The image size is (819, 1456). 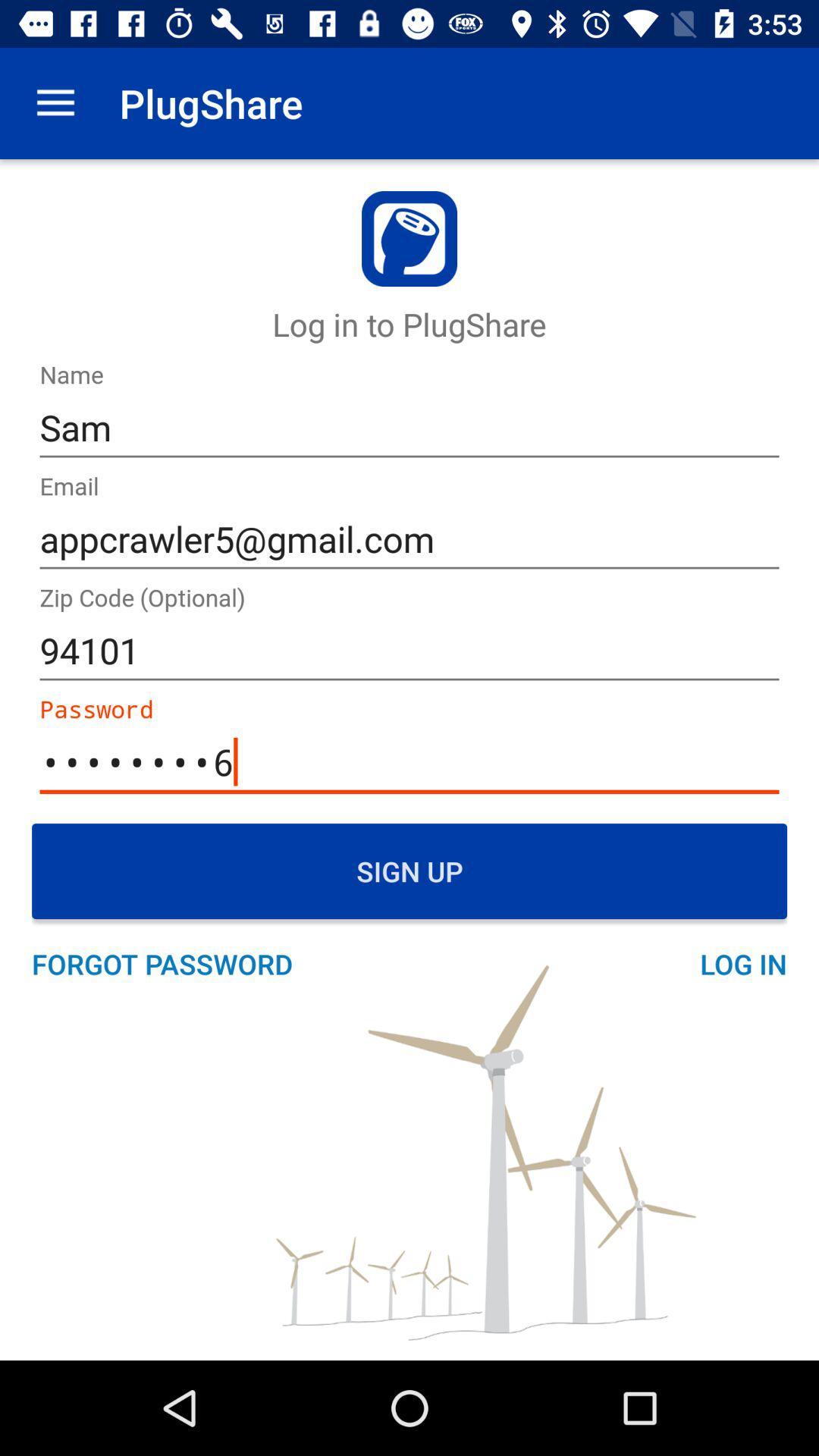 I want to click on forgot password, so click(x=170, y=963).